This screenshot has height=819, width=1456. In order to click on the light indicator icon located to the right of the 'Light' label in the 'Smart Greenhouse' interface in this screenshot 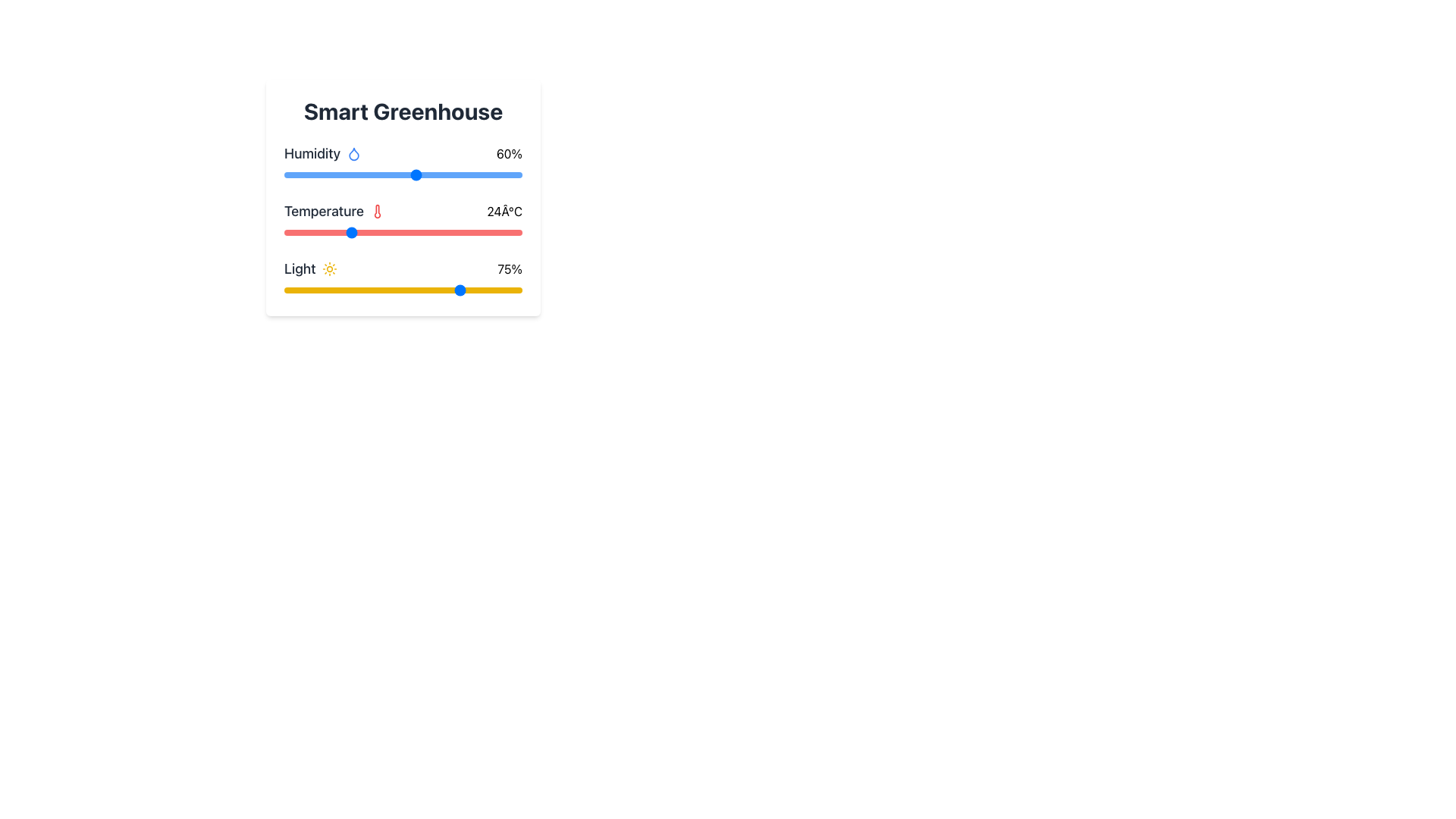, I will do `click(328, 268)`.